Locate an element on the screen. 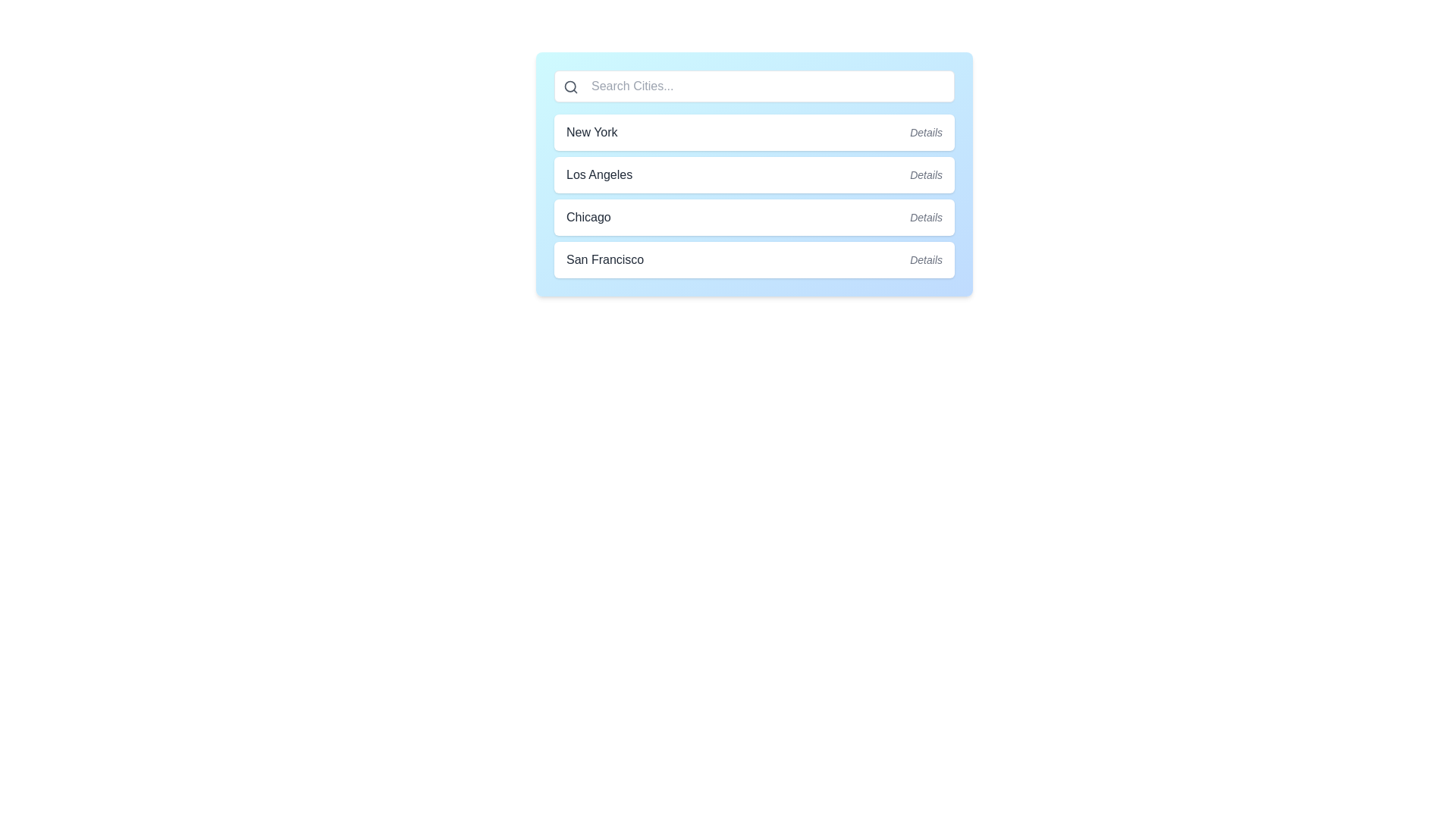 The width and height of the screenshot is (1456, 819). the second list item displaying information about 'Los Angeles', which is located between 'New York' and 'Chicago' is located at coordinates (754, 174).